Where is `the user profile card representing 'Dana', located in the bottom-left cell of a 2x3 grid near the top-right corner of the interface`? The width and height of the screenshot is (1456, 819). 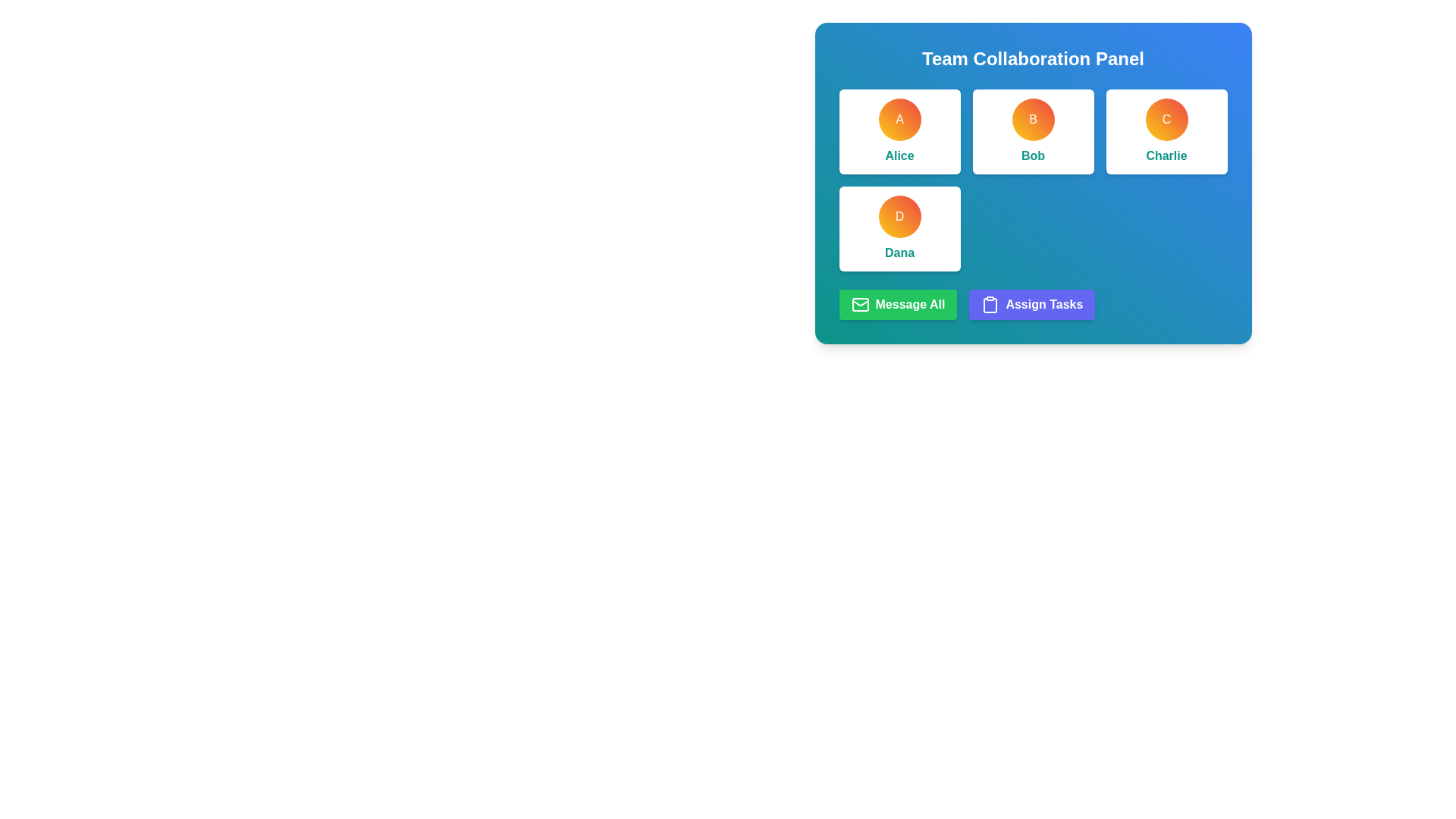 the user profile card representing 'Dana', located in the bottom-left cell of a 2x3 grid near the top-right corner of the interface is located at coordinates (899, 228).